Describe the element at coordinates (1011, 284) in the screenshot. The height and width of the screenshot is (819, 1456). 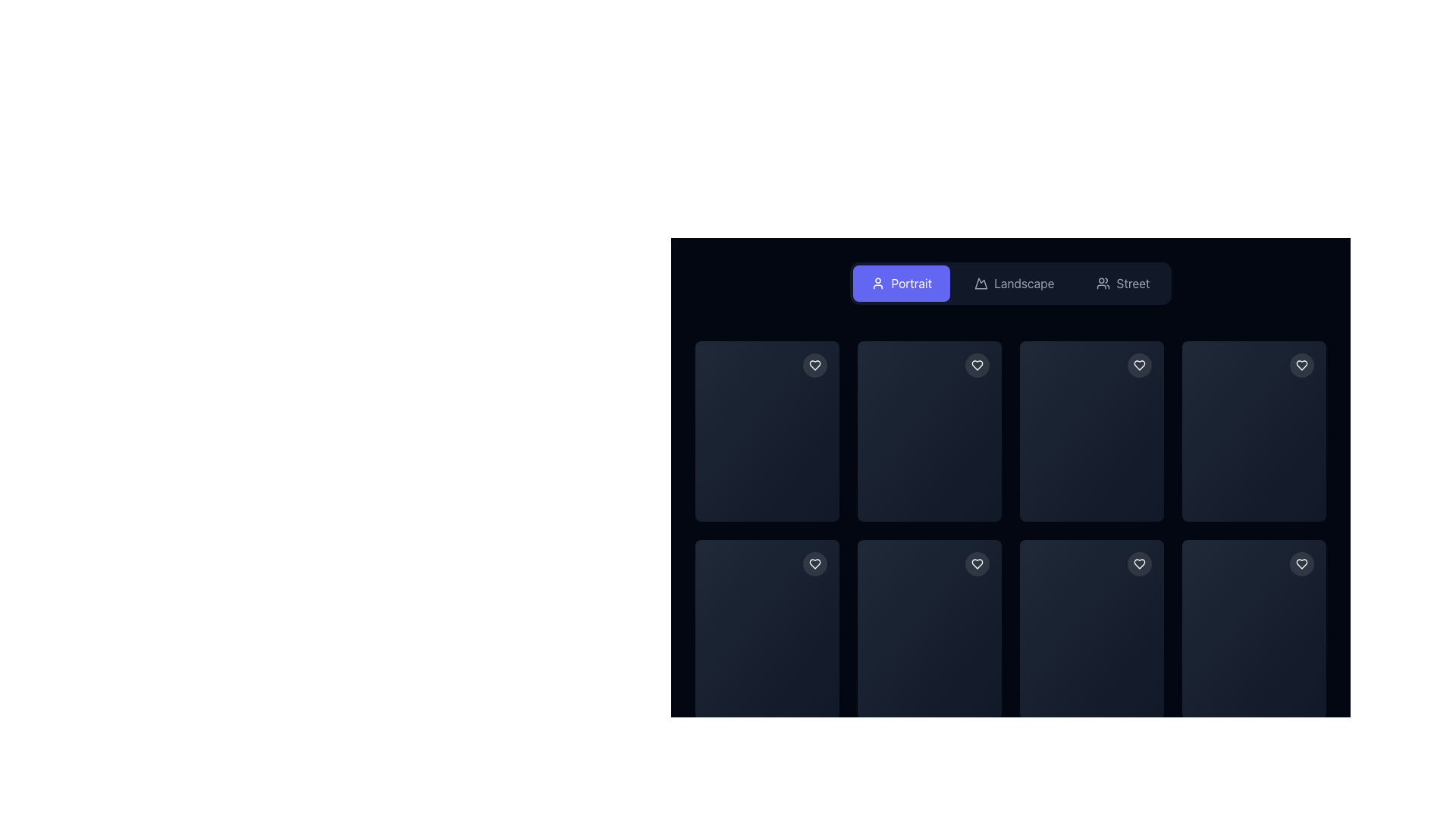
I see `the button group used for filtering items like 'Portrait', 'Landscape', or 'Street'` at that location.